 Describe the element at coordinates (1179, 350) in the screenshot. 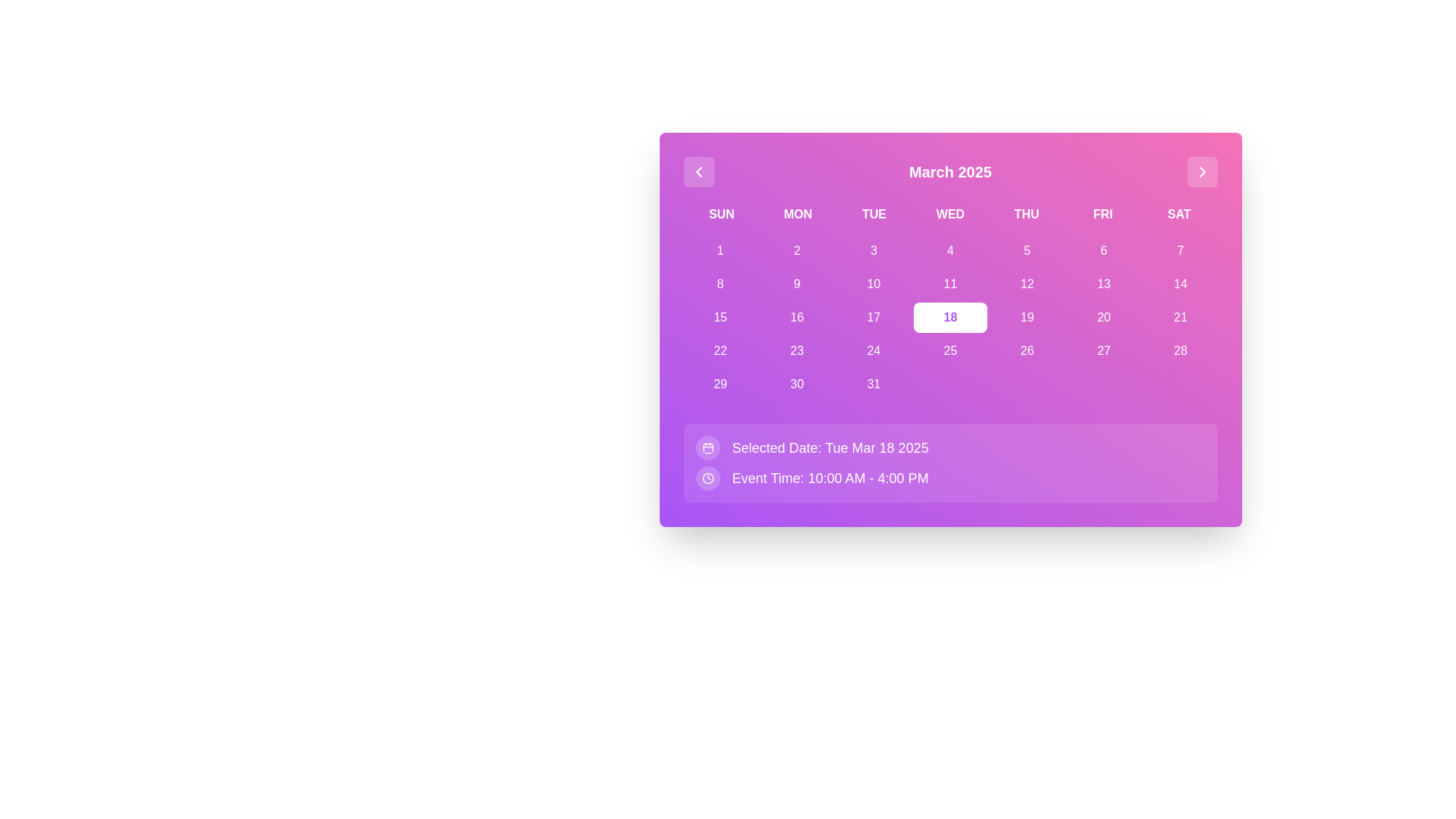

I see `the button displaying the date '28' in the calendar grid` at that location.